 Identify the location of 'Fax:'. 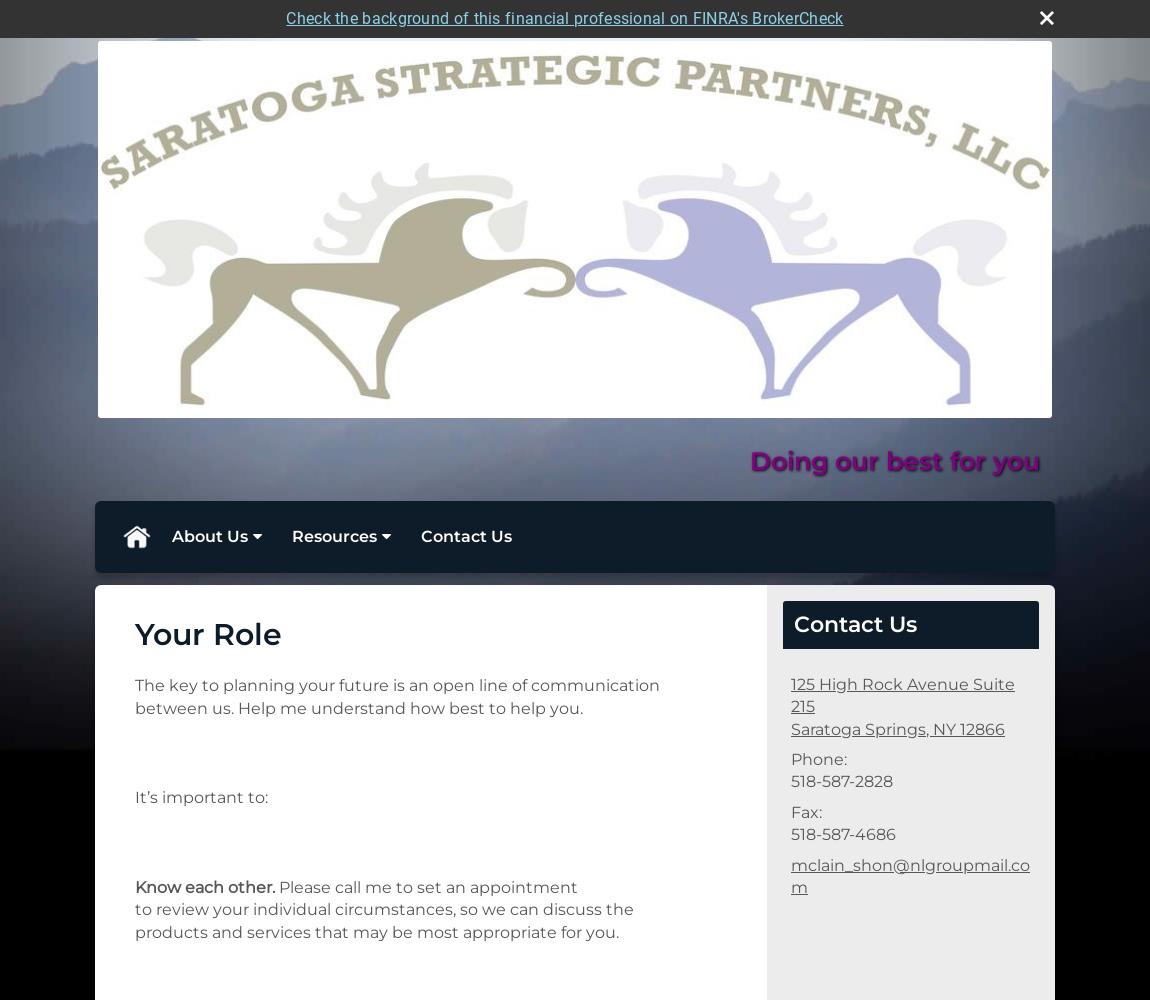
(805, 811).